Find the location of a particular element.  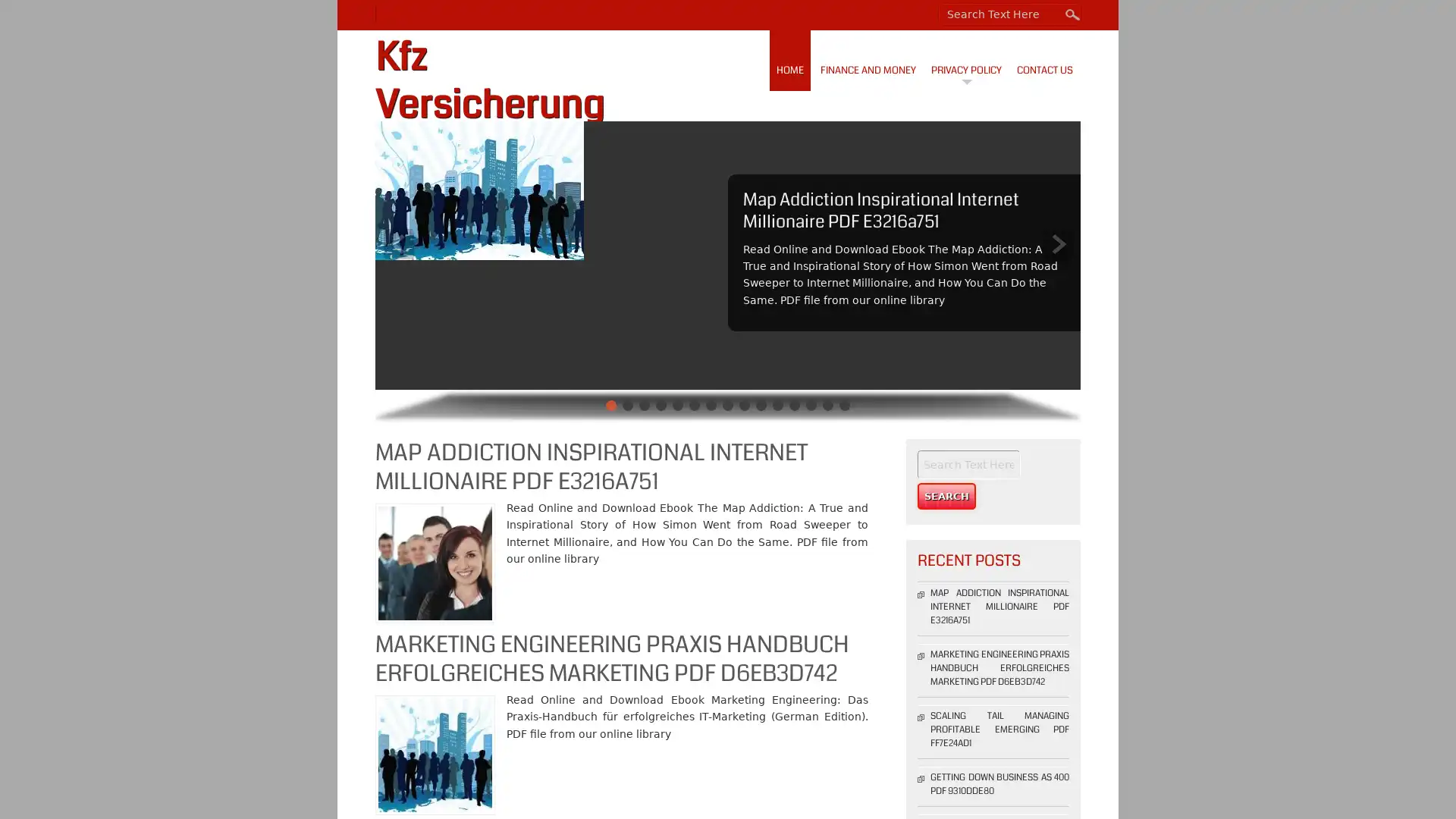

Search is located at coordinates (946, 496).